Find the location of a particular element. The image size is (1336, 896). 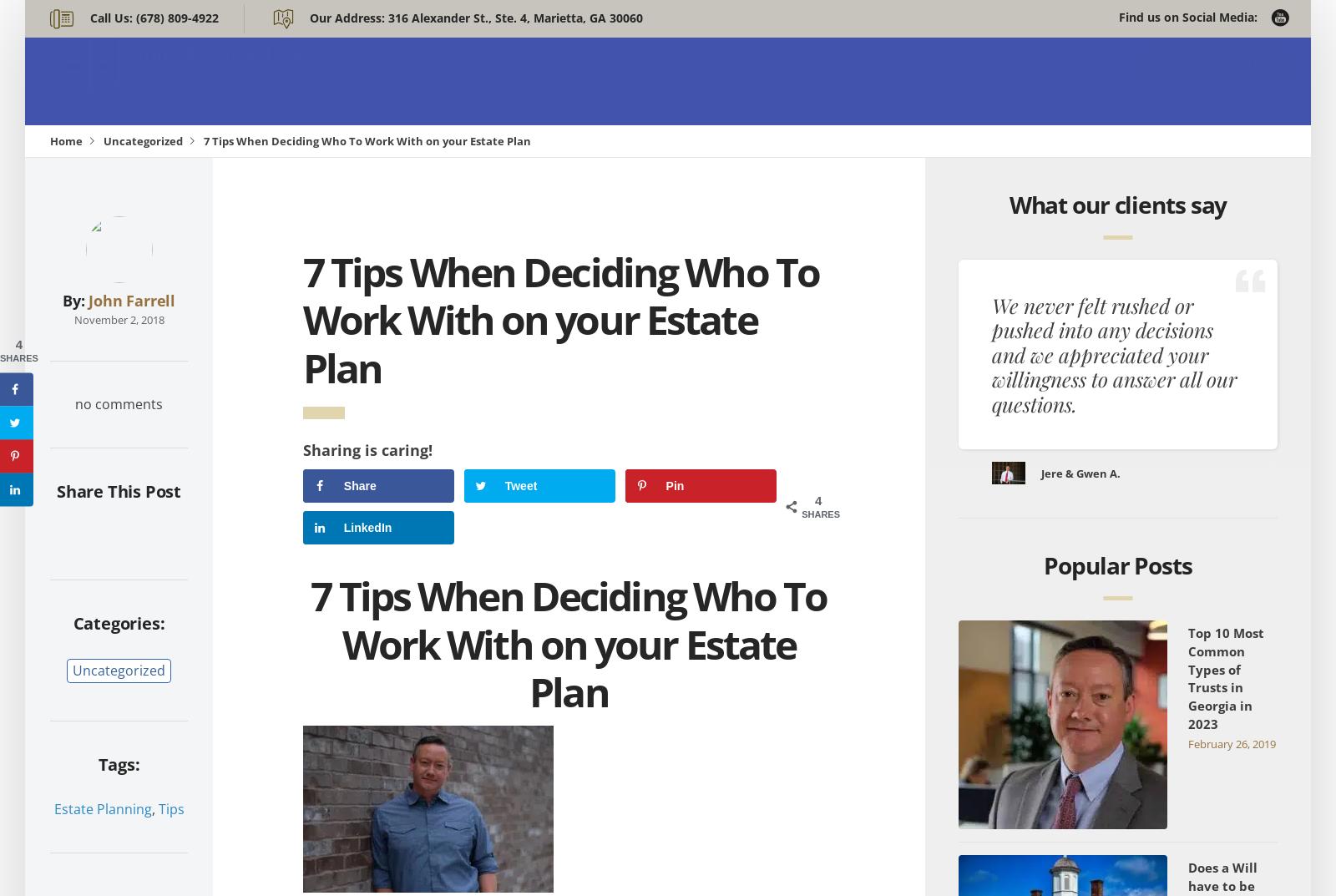

',' is located at coordinates (153, 807).